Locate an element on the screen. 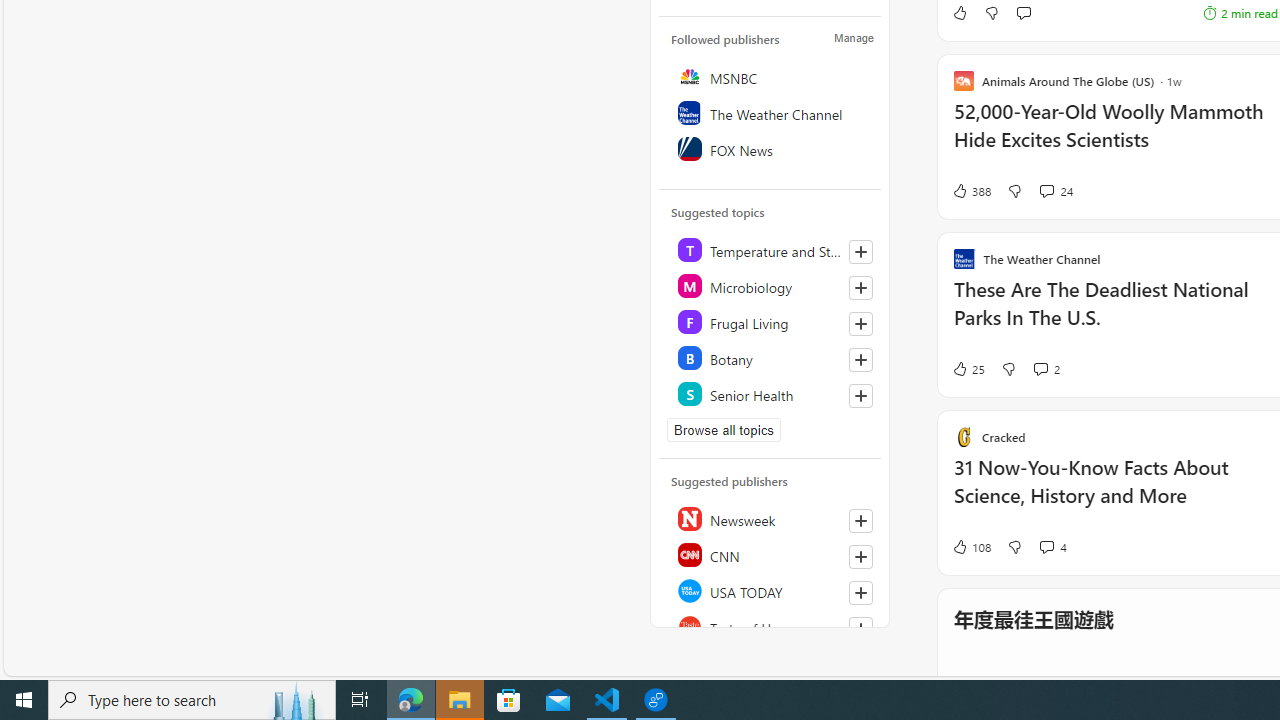 The image size is (1280, 720). 'Browse all topics' is located at coordinates (723, 429).